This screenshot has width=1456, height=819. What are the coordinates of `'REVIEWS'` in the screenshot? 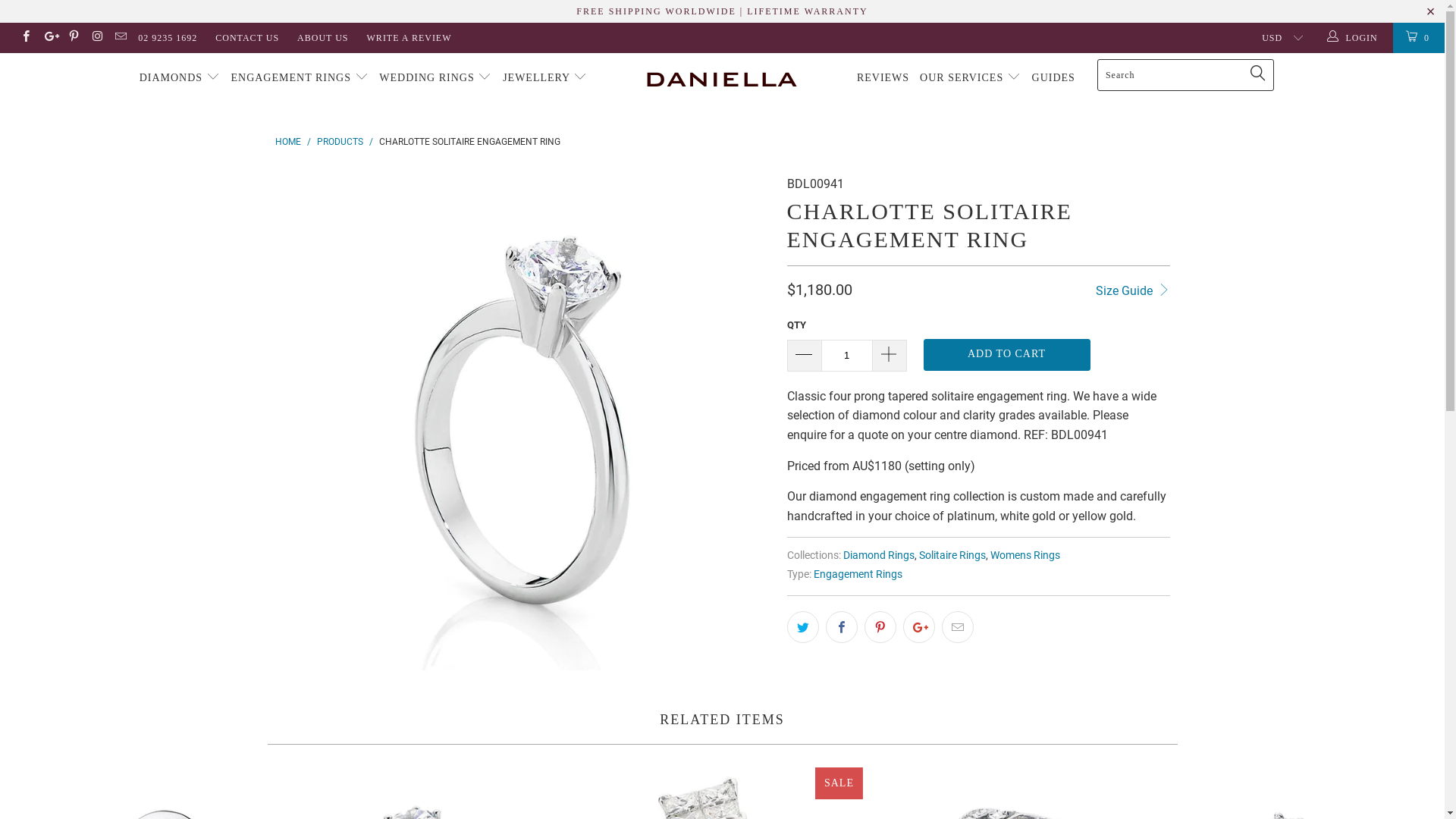 It's located at (883, 78).